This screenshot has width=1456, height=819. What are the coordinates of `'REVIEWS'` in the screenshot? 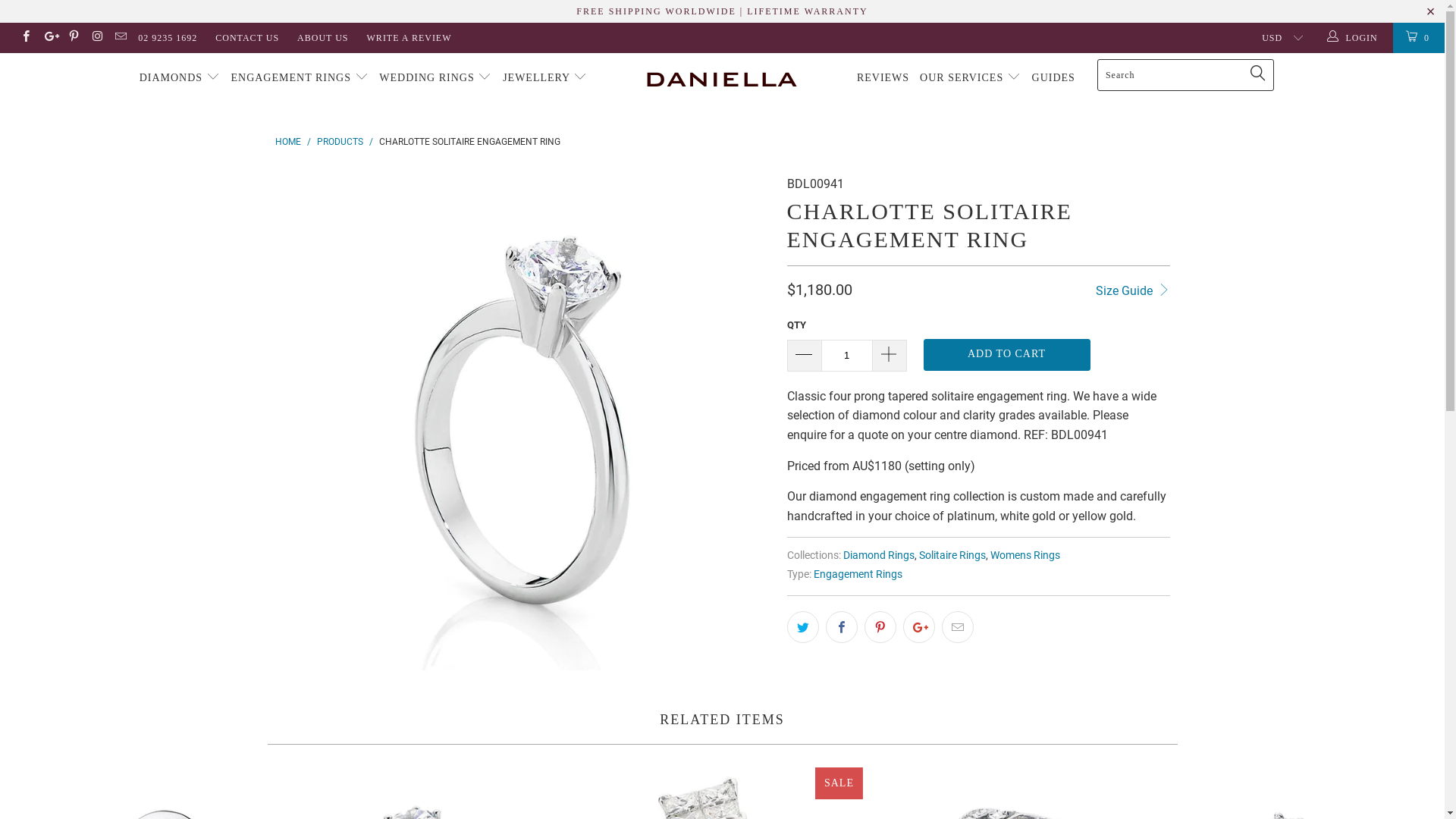 It's located at (883, 78).